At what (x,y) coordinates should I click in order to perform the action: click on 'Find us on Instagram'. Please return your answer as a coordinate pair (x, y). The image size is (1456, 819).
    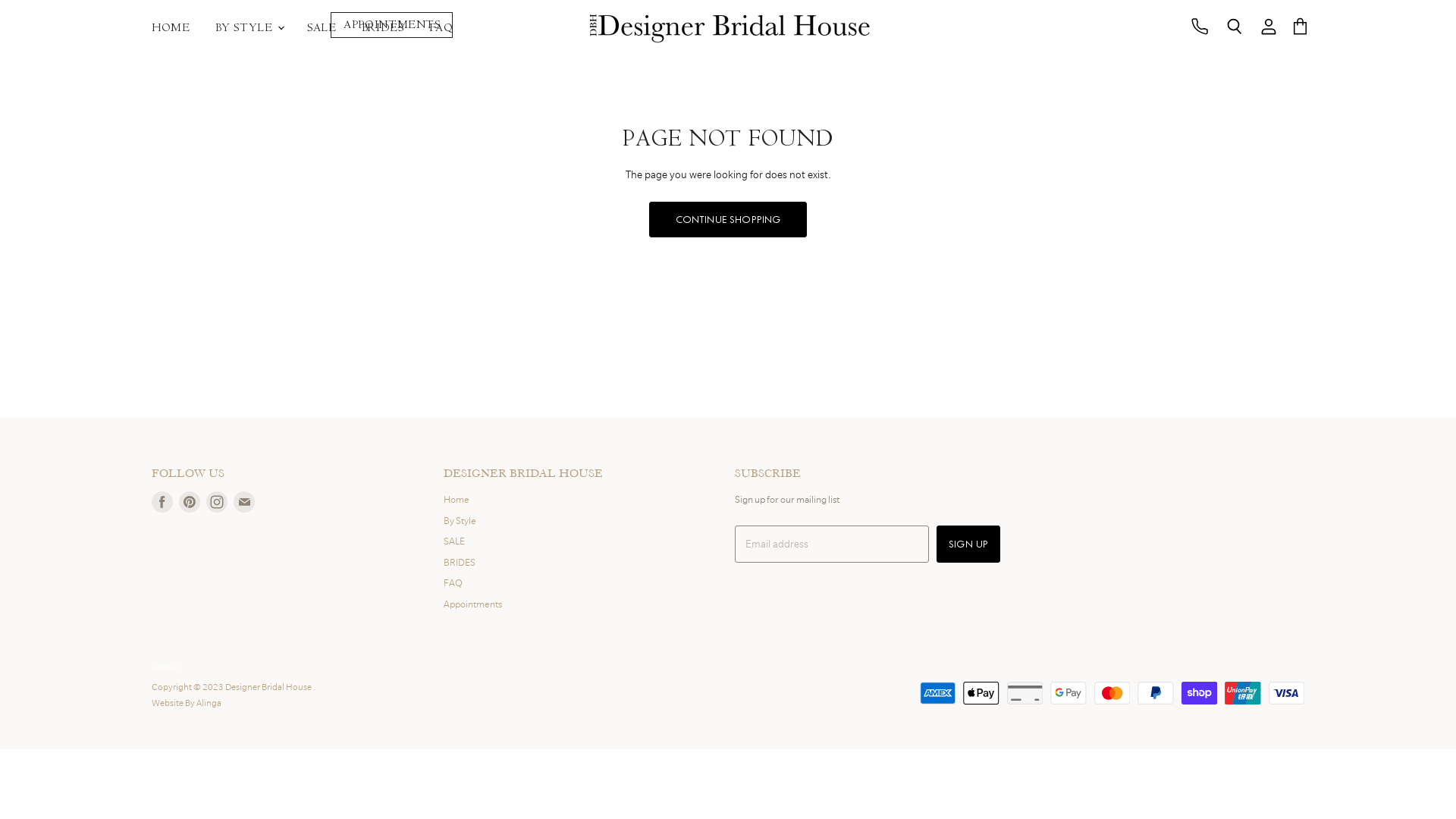
    Looking at the image, I should click on (216, 502).